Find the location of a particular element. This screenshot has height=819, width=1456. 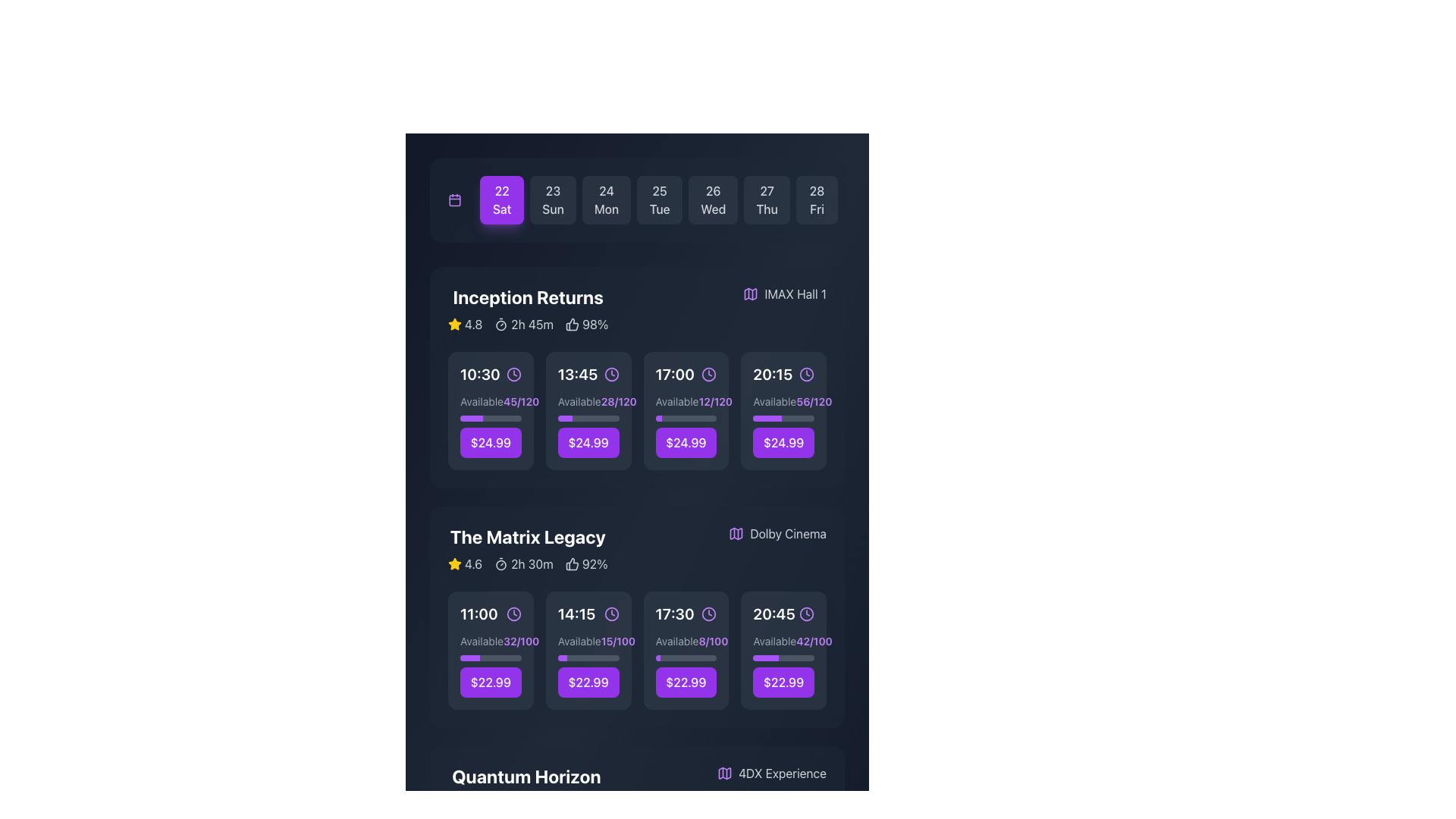

the 'Select Seats' button with a purple background and rounded corners, located beneath the 'Available 56/120' label in the '20:15' time slot section of the 'Inception Returns' movie card is located at coordinates (783, 411).